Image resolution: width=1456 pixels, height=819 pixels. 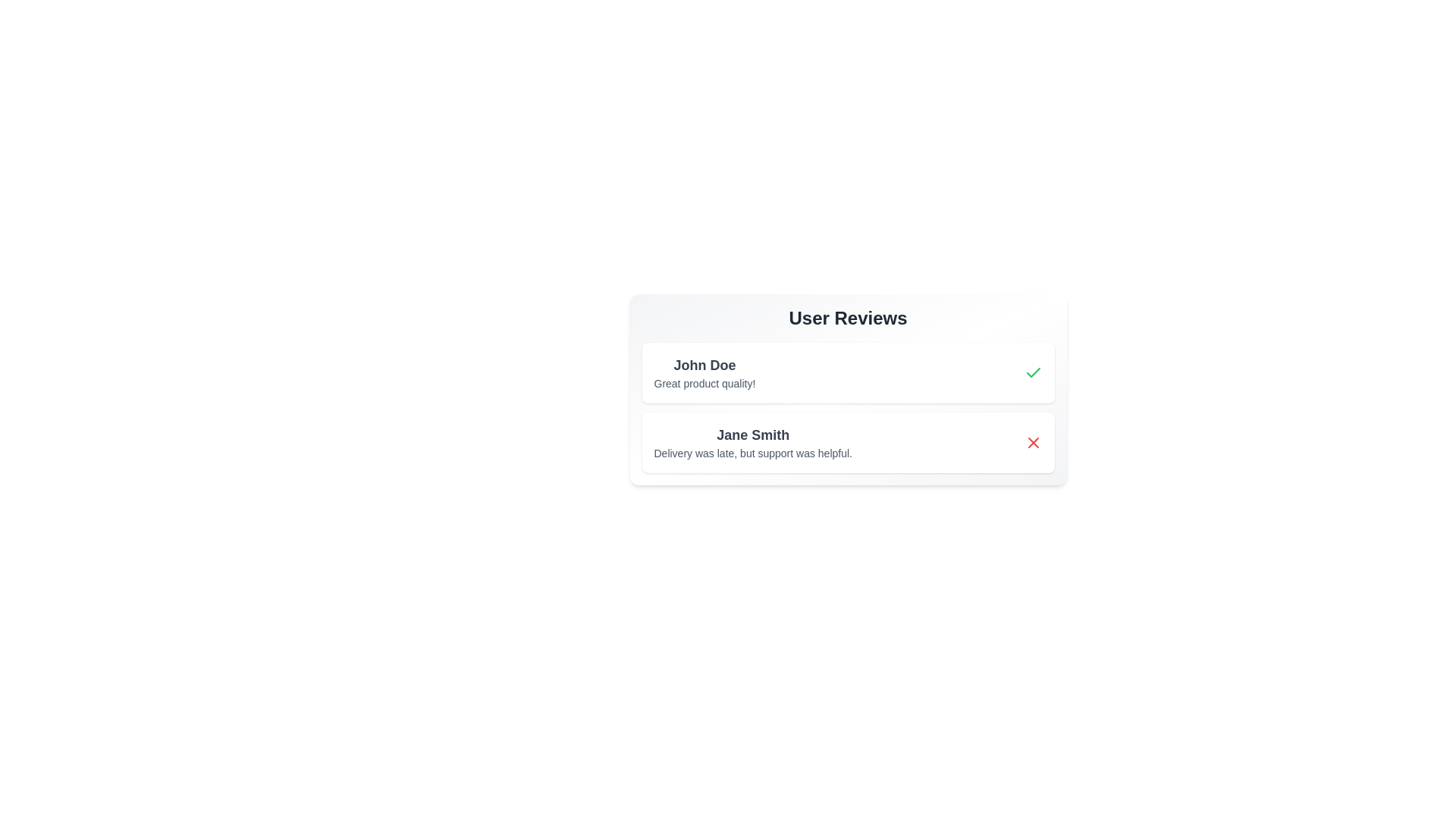 What do you see at coordinates (1032, 372) in the screenshot?
I see `the green checkmark icon representing a successful state in the first row of the user reviews section associated with John Doe` at bounding box center [1032, 372].